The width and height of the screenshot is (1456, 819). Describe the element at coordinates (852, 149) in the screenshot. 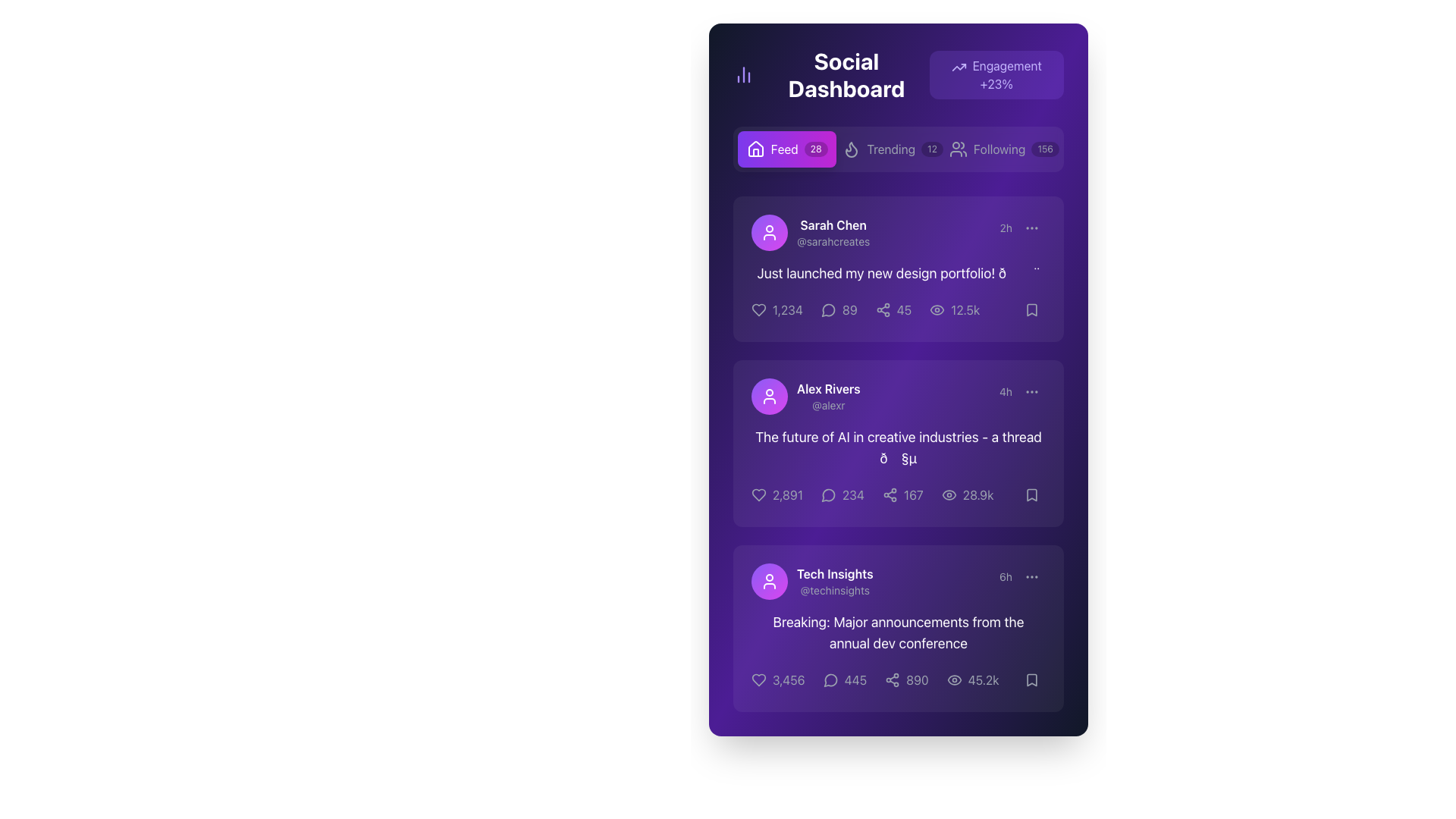

I see `the flame-shaped icon in the top navigation bar, which is the second icon from the left` at that location.